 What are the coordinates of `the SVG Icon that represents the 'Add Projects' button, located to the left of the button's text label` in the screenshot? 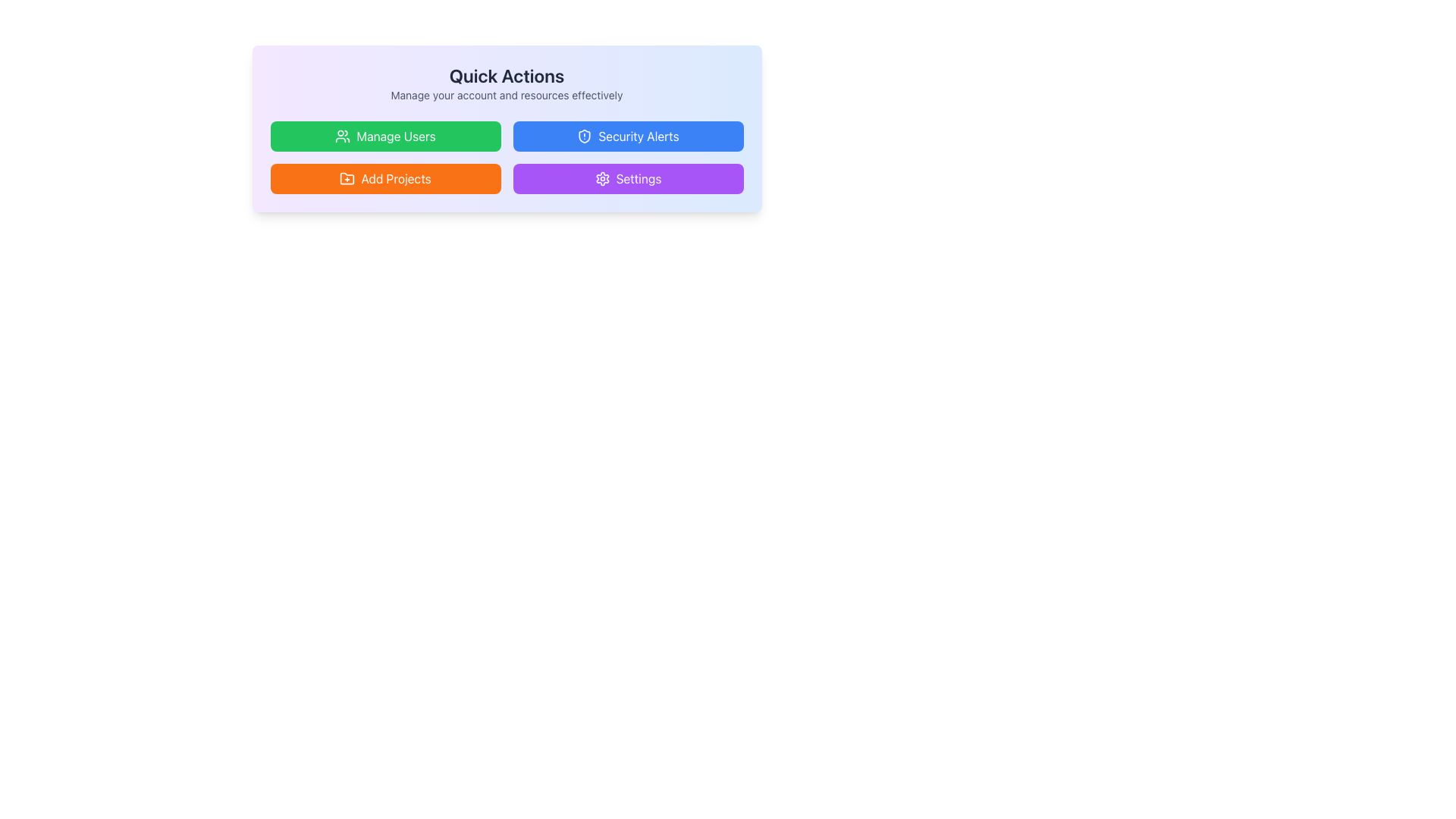 It's located at (347, 177).